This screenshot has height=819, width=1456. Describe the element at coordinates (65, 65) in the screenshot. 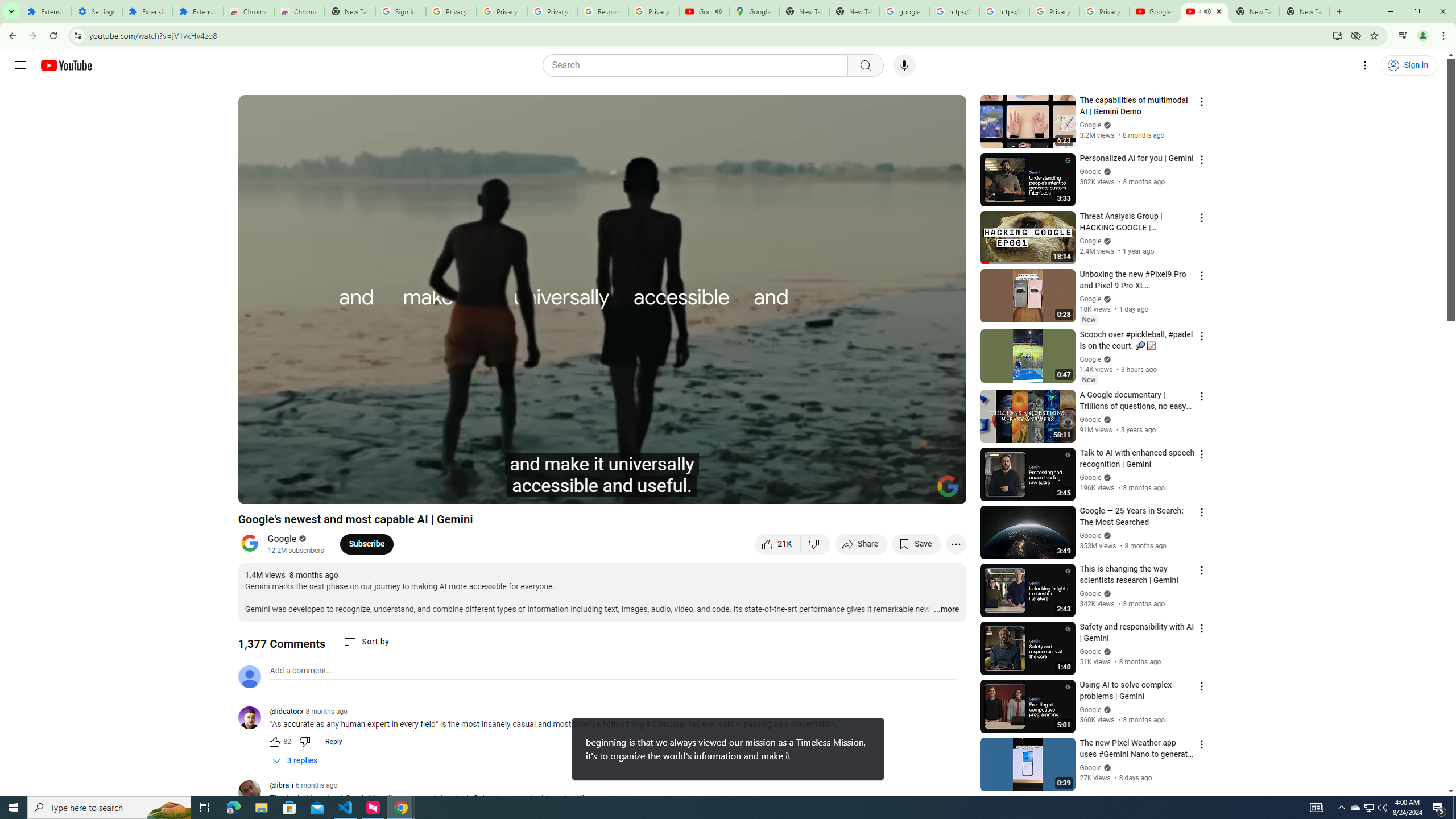

I see `'YouTube Home'` at that location.